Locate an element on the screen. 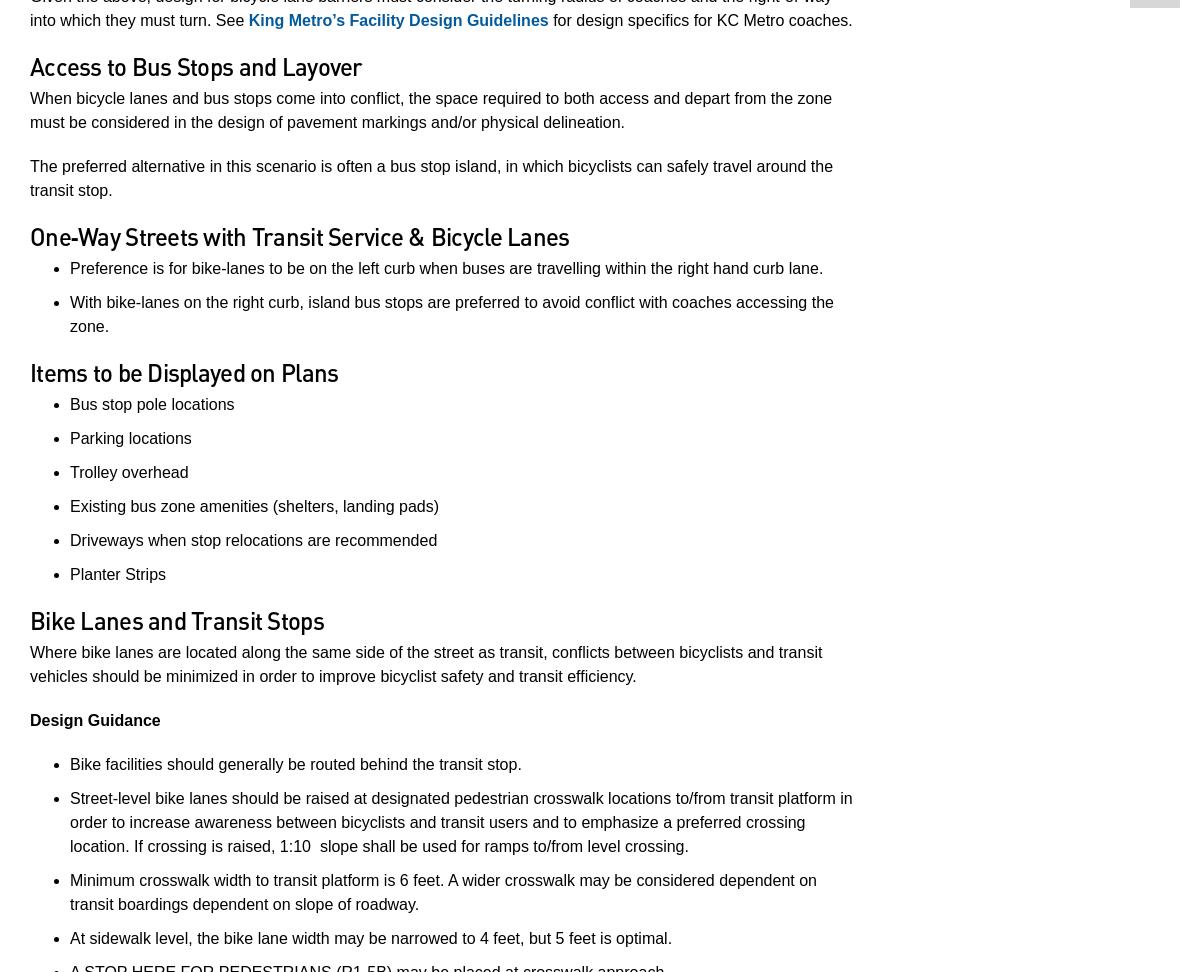 This screenshot has height=972, width=1200. 'Bus stop pole locations' is located at coordinates (69, 403).